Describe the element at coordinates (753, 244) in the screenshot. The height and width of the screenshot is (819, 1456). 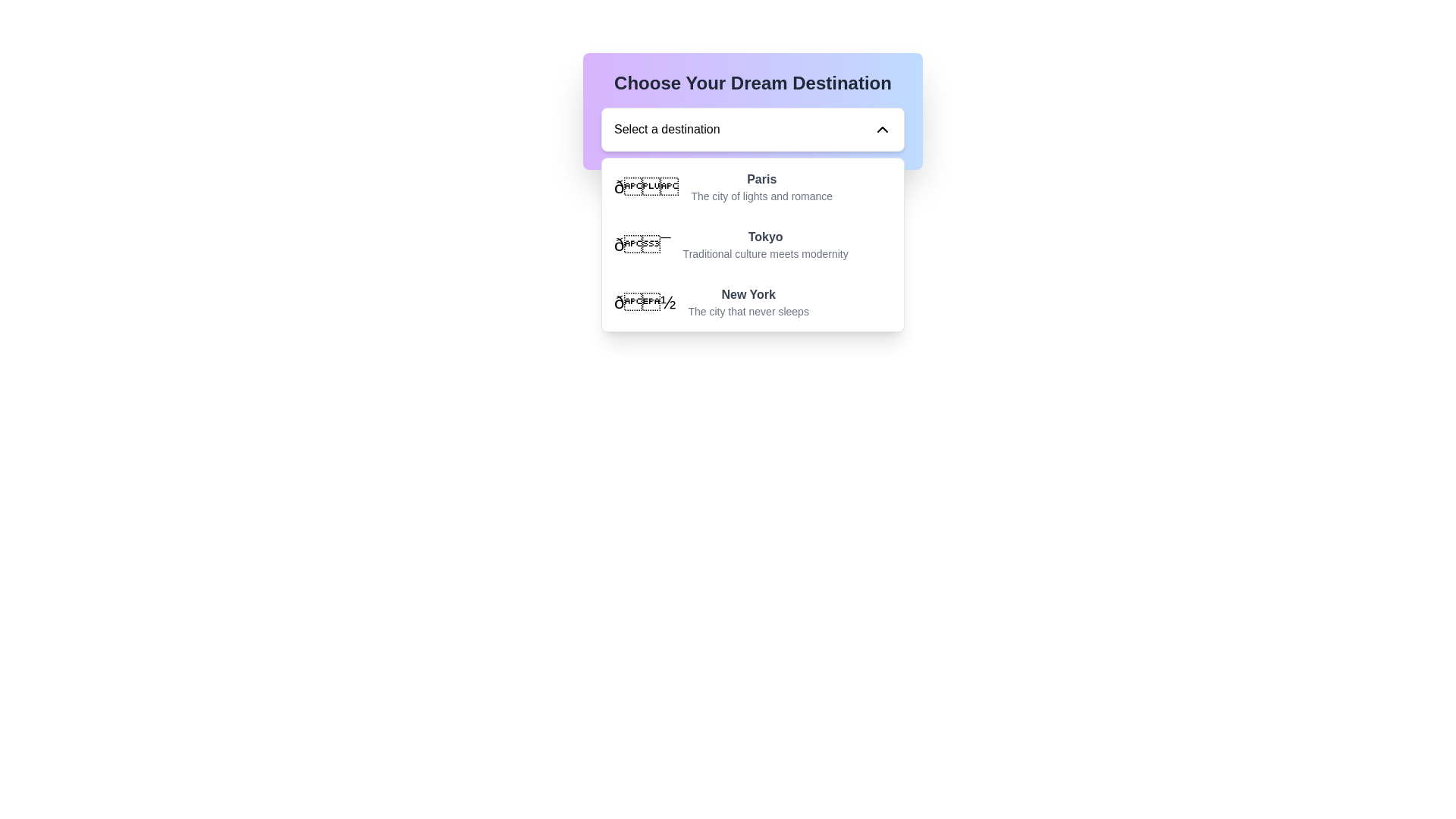
I see `the 'Tokyo' option in the dropdown menu labeled 'Choose Your Dream Destination'` at that location.